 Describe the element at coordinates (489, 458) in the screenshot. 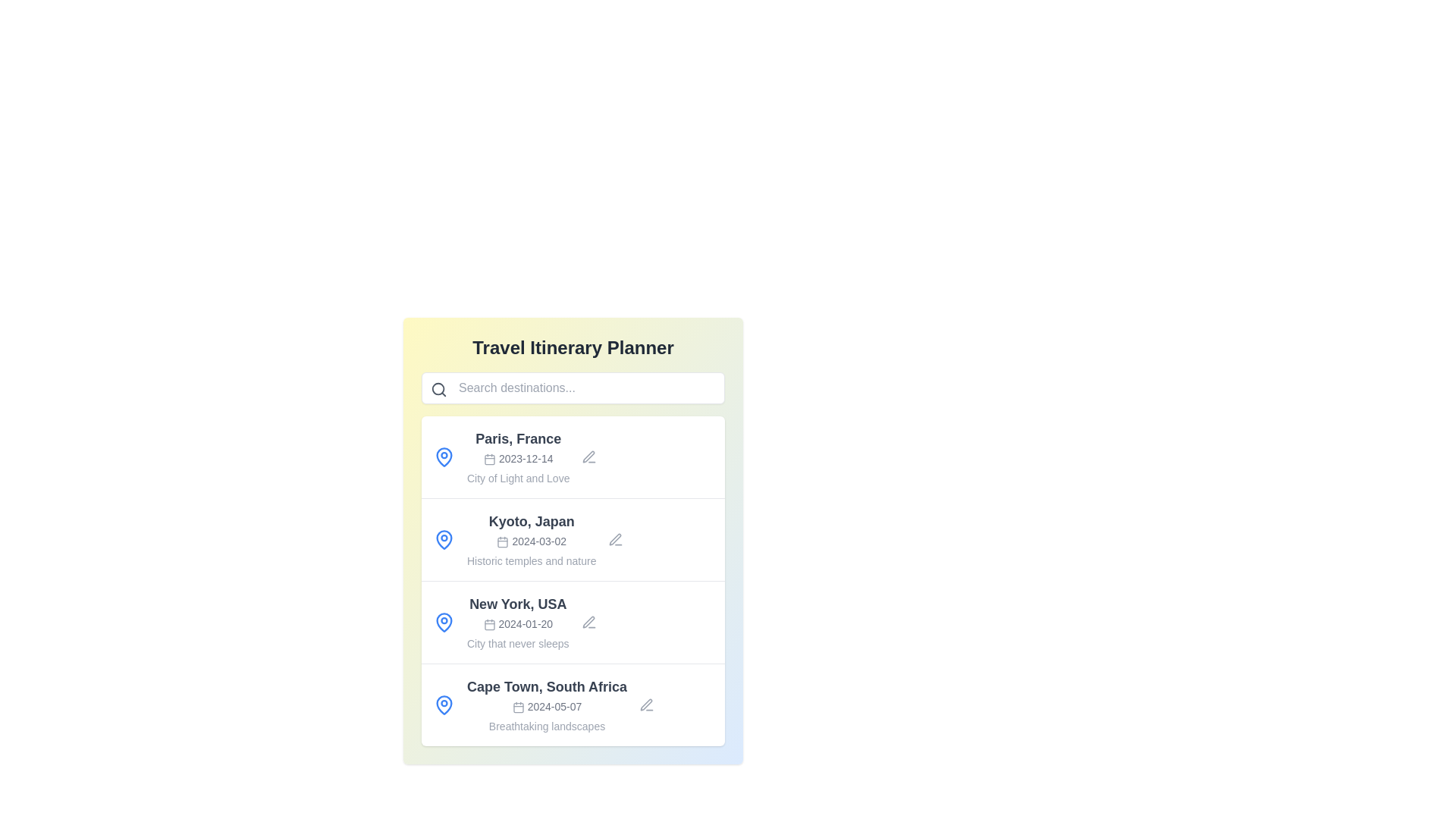

I see `the small calendar icon associated with the entry for 'Paris, France', located to the left of the date '2023-12-14'` at that location.